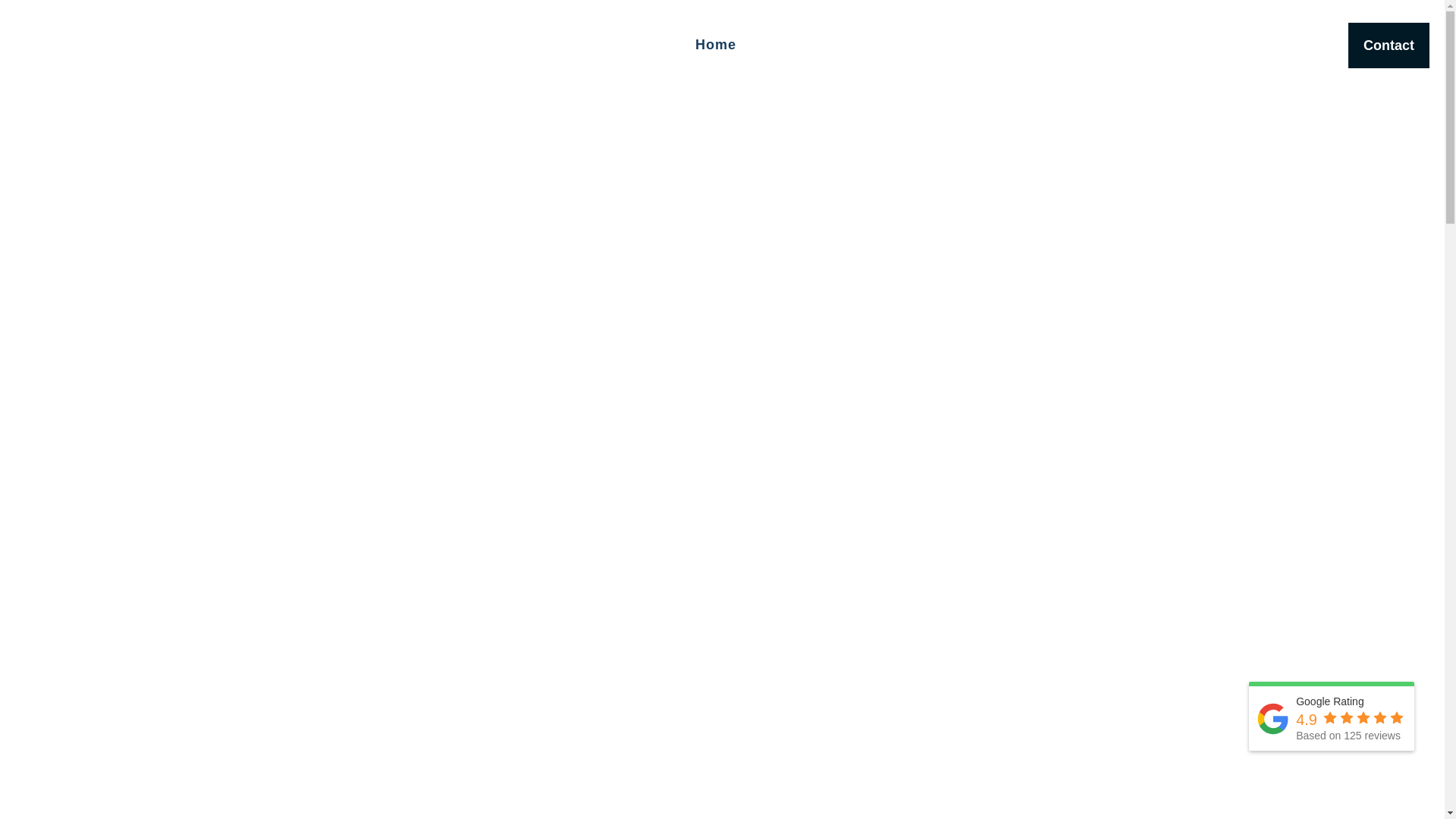 Image resolution: width=1456 pixels, height=819 pixels. I want to click on 'Contact', so click(1389, 45).